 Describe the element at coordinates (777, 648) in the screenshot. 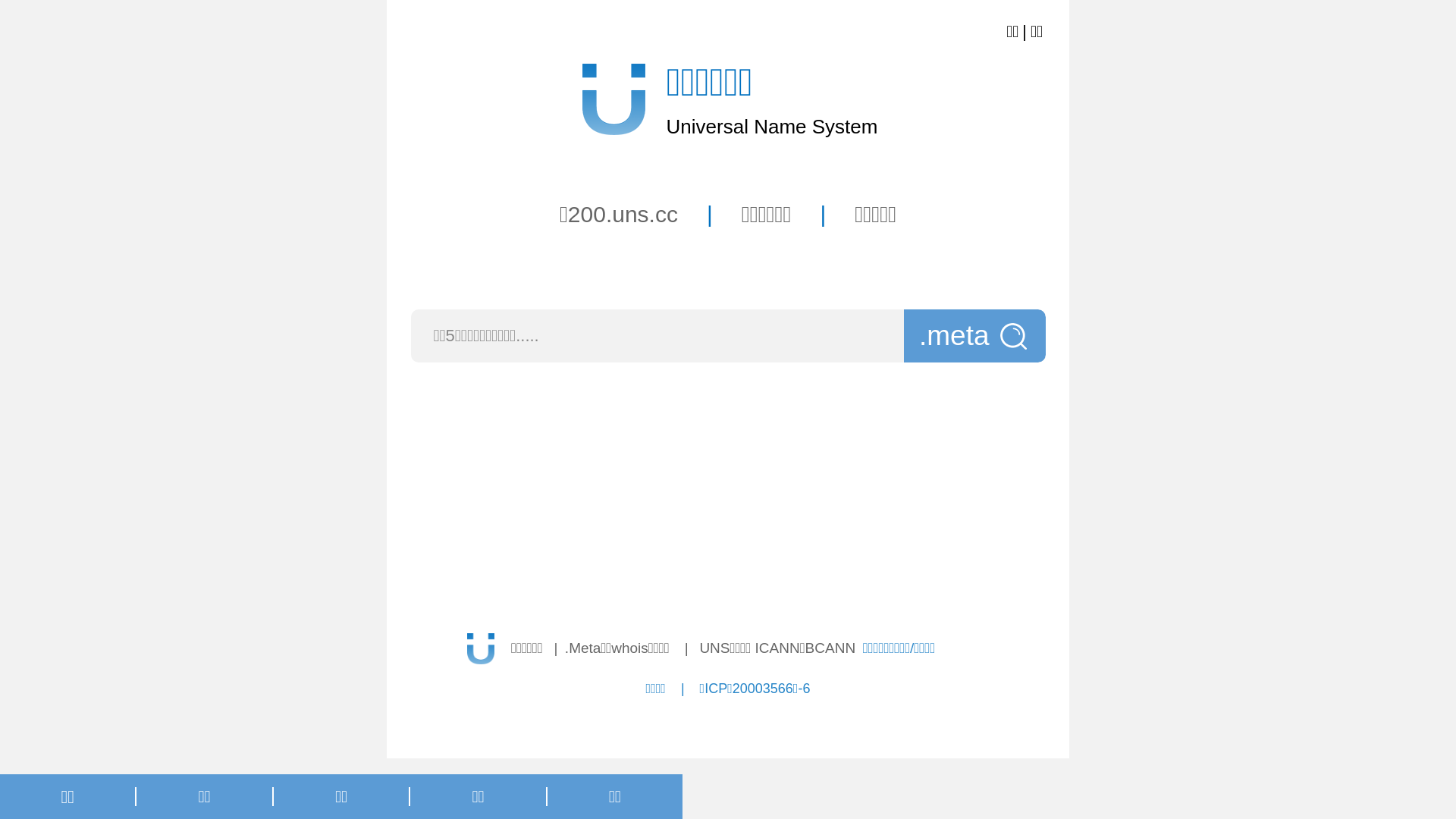

I see `'ICANN'` at that location.